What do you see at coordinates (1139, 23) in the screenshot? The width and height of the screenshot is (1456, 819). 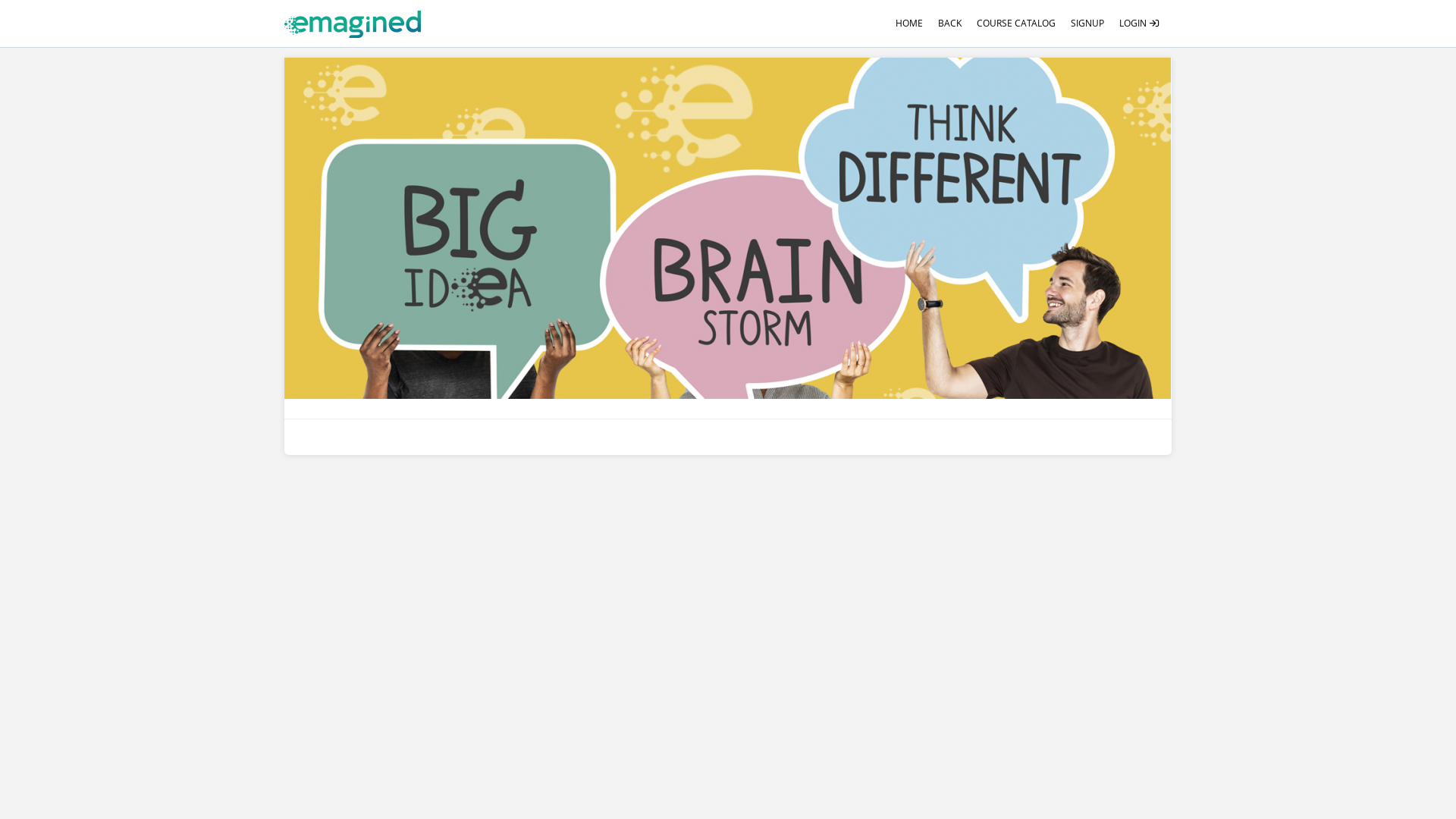 I see `'LOGIN '` at bounding box center [1139, 23].